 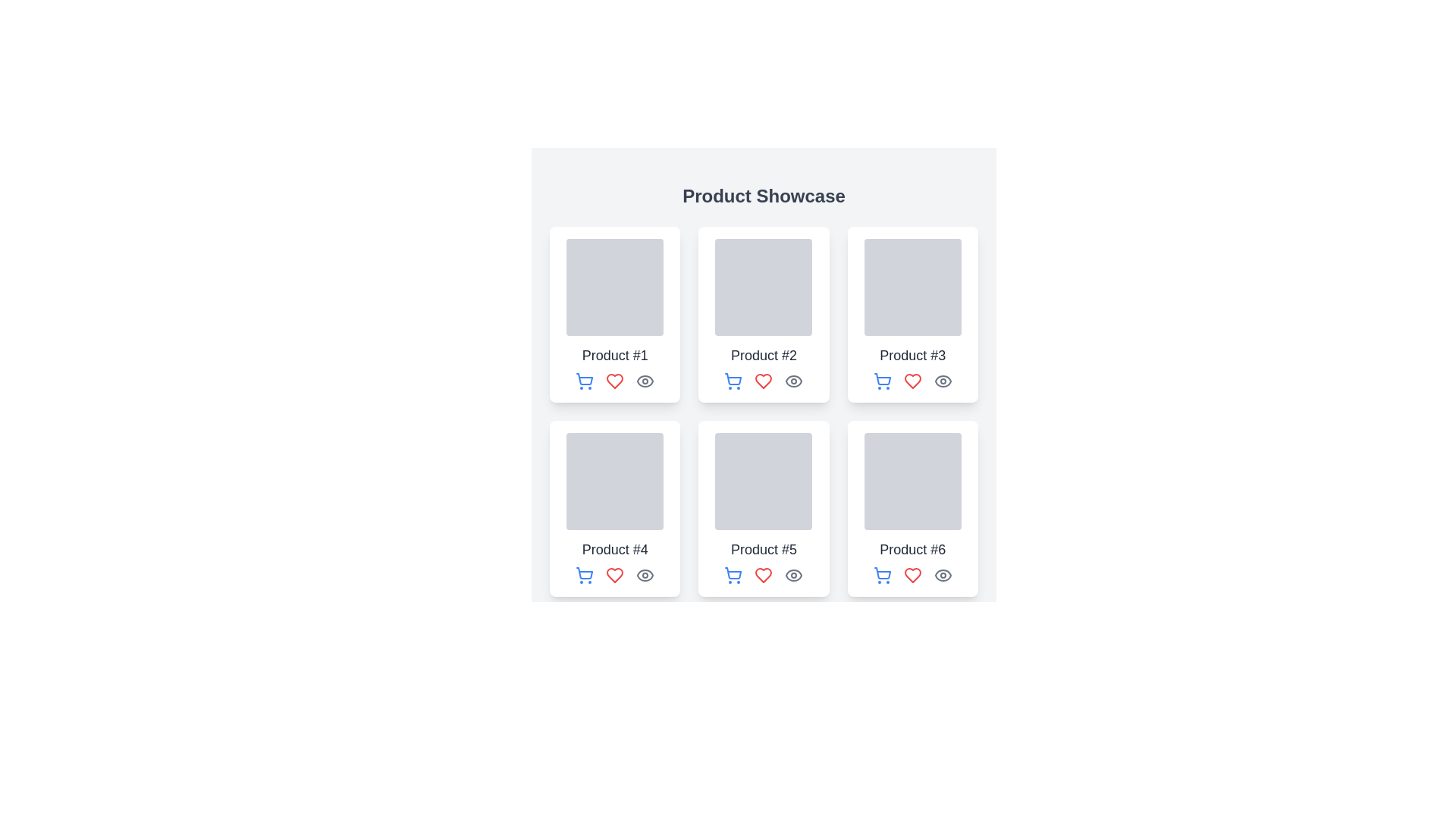 I want to click on the heart-shaped like button, which is the second button in a row of three located below the 'Product #1' card, so click(x=615, y=380).